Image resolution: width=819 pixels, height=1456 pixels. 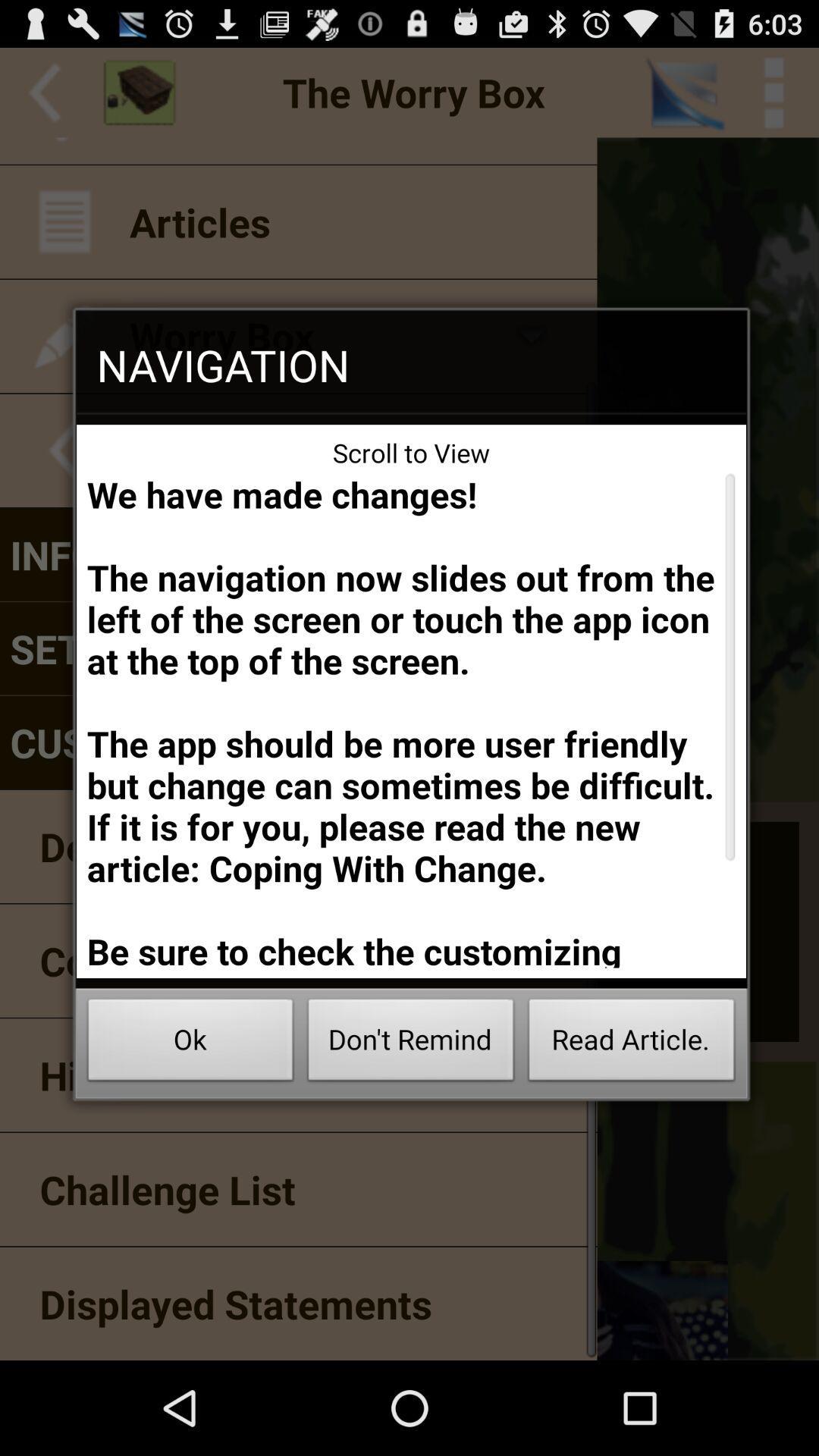 What do you see at coordinates (632, 1043) in the screenshot?
I see `the icon below the we have made item` at bounding box center [632, 1043].